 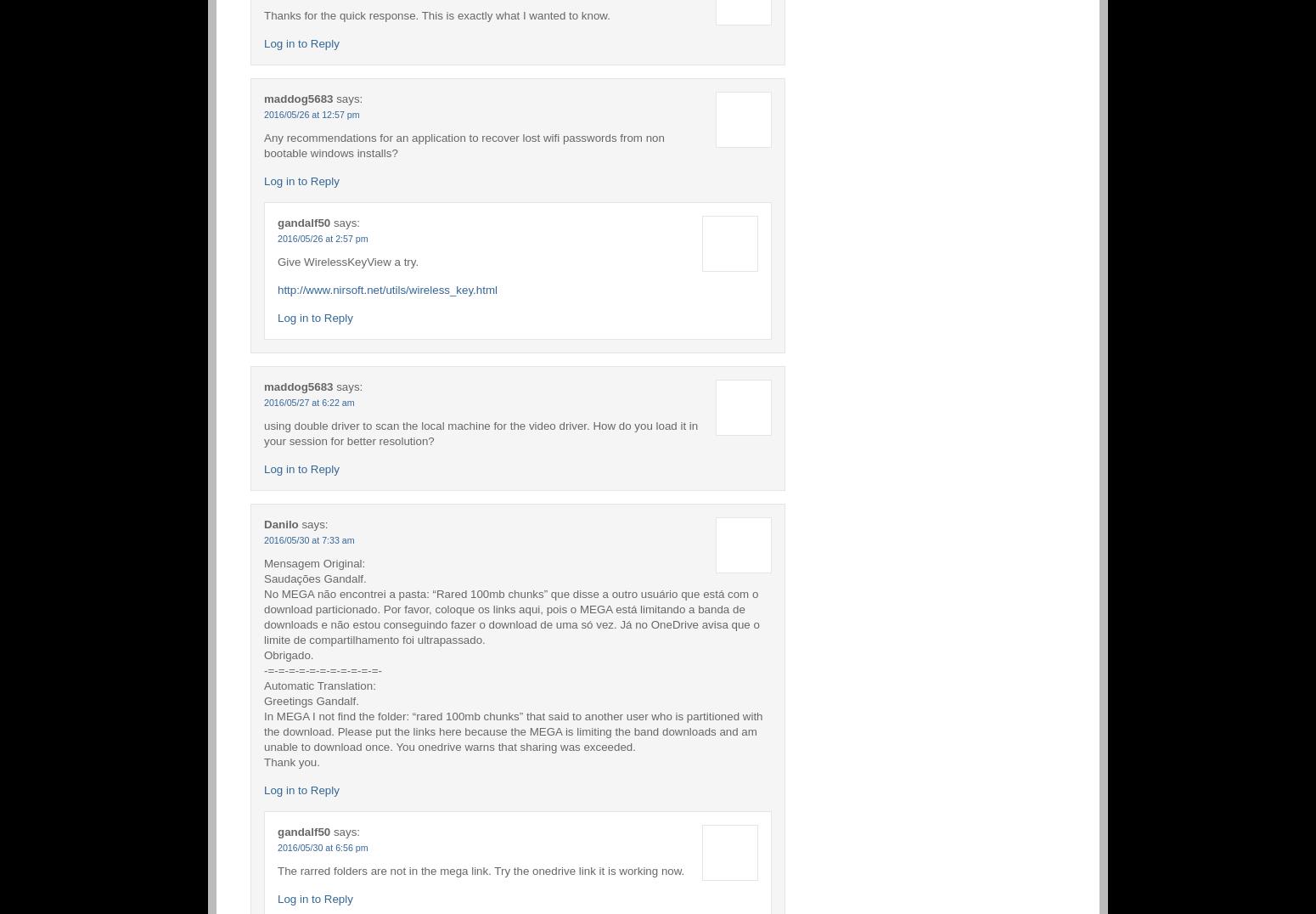 I want to click on 'Obrigado.', so click(x=288, y=654).